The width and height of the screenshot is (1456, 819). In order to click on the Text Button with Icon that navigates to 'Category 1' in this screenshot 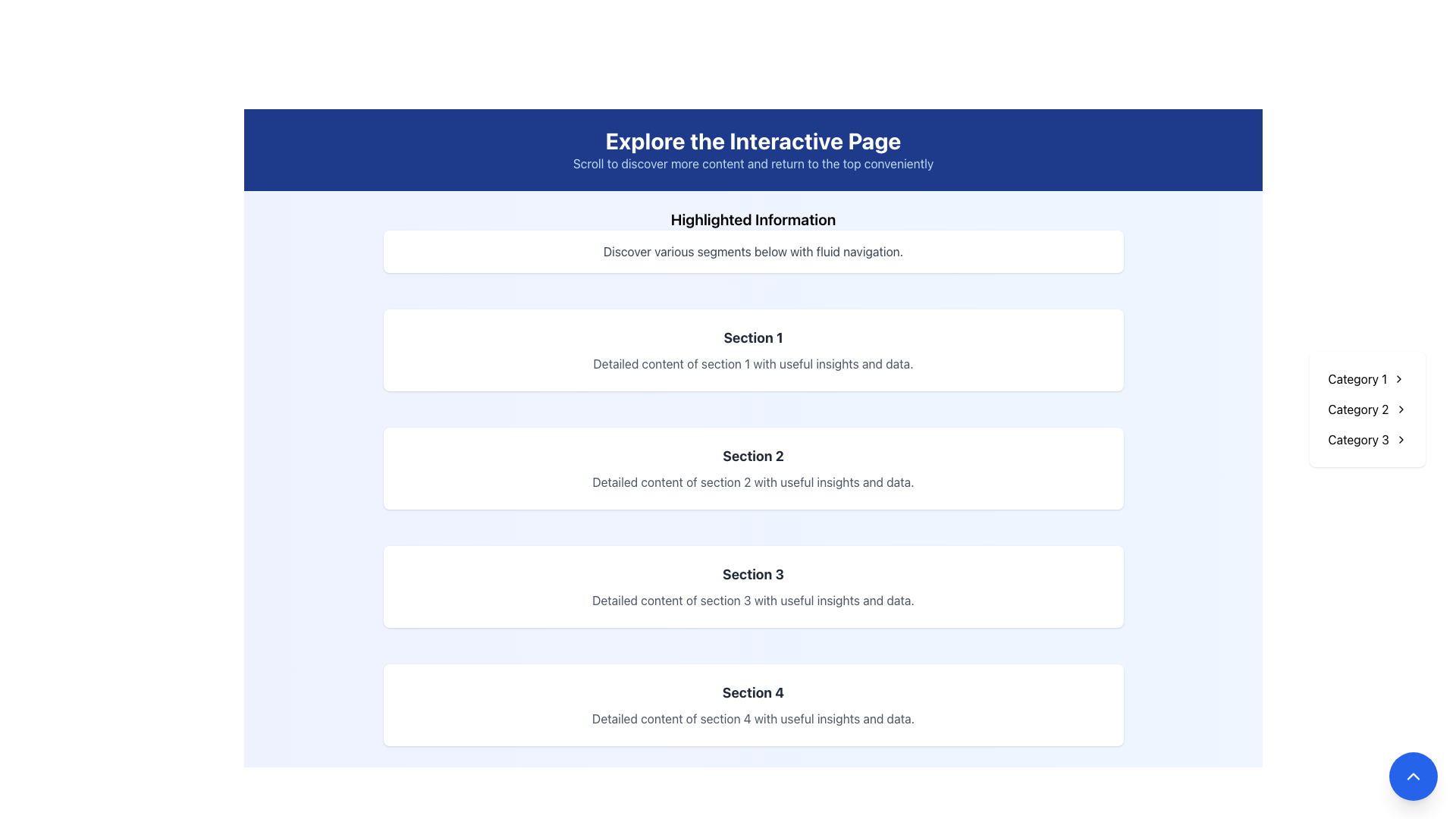, I will do `click(1367, 378)`.